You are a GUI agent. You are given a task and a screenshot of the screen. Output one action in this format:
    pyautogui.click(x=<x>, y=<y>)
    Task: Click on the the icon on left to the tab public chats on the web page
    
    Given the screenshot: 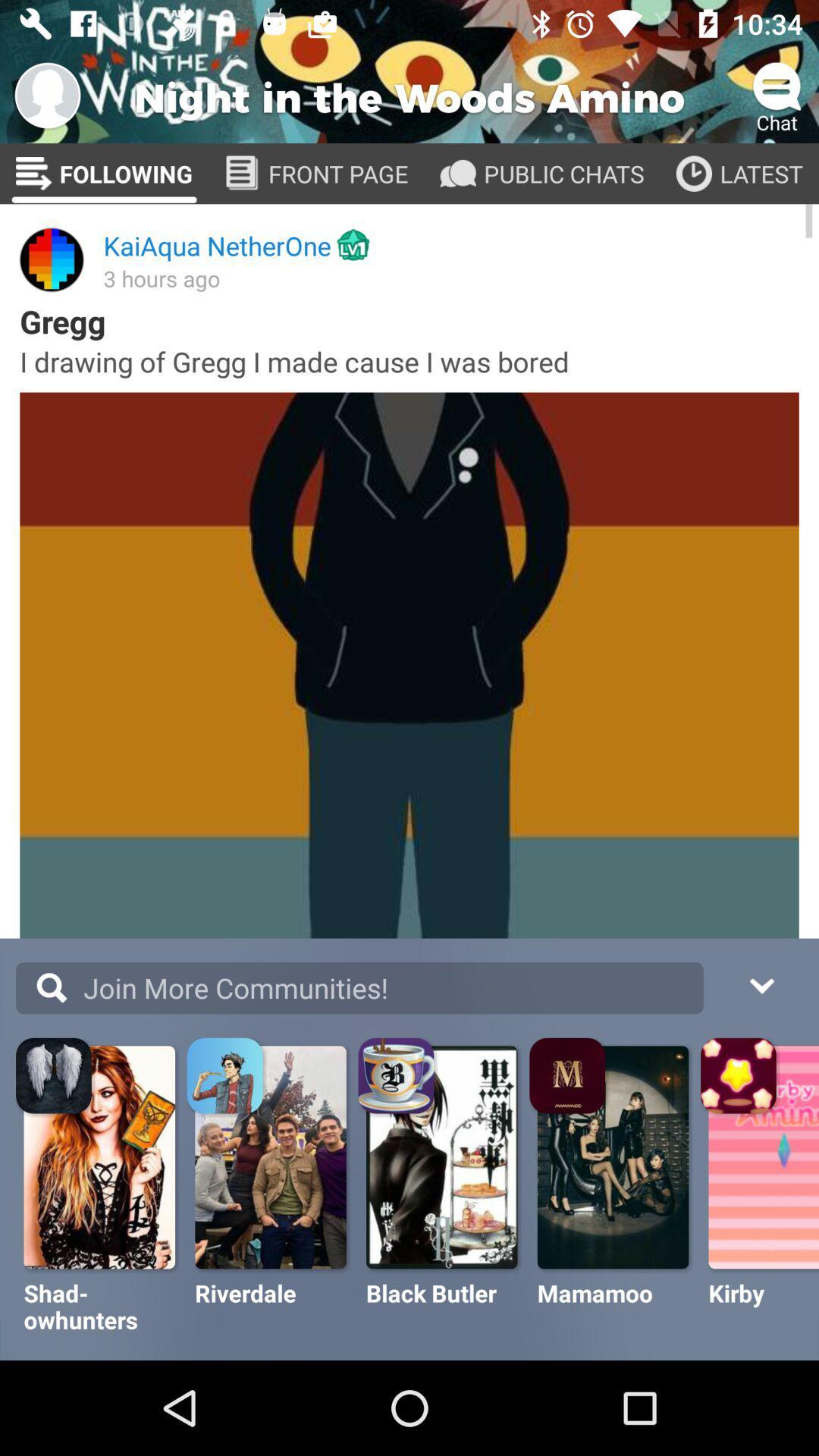 What is the action you would take?
    pyautogui.click(x=457, y=174)
    